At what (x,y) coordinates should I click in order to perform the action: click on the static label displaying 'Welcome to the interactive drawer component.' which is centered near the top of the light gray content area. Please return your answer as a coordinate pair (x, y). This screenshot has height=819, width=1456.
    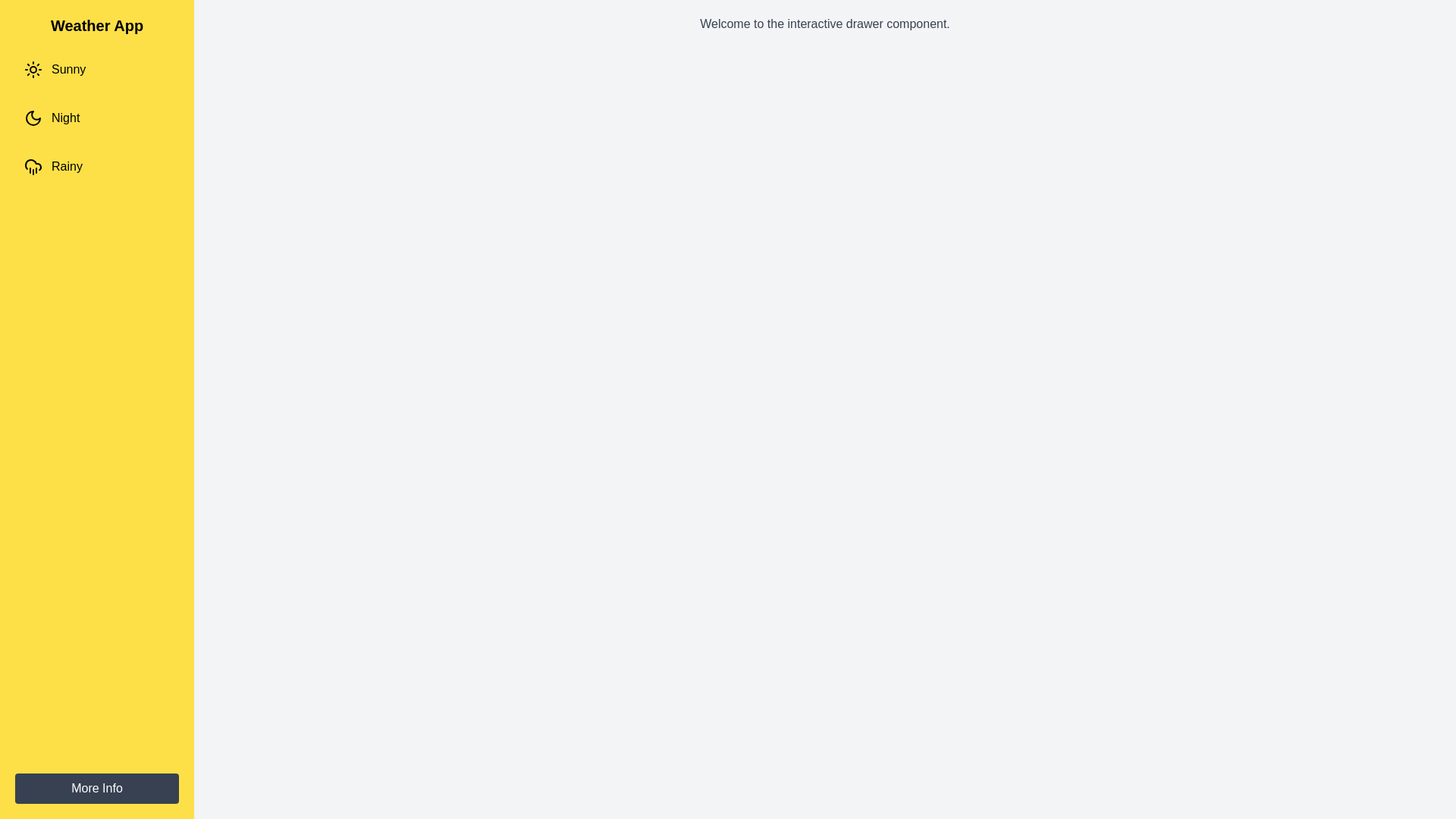
    Looking at the image, I should click on (824, 24).